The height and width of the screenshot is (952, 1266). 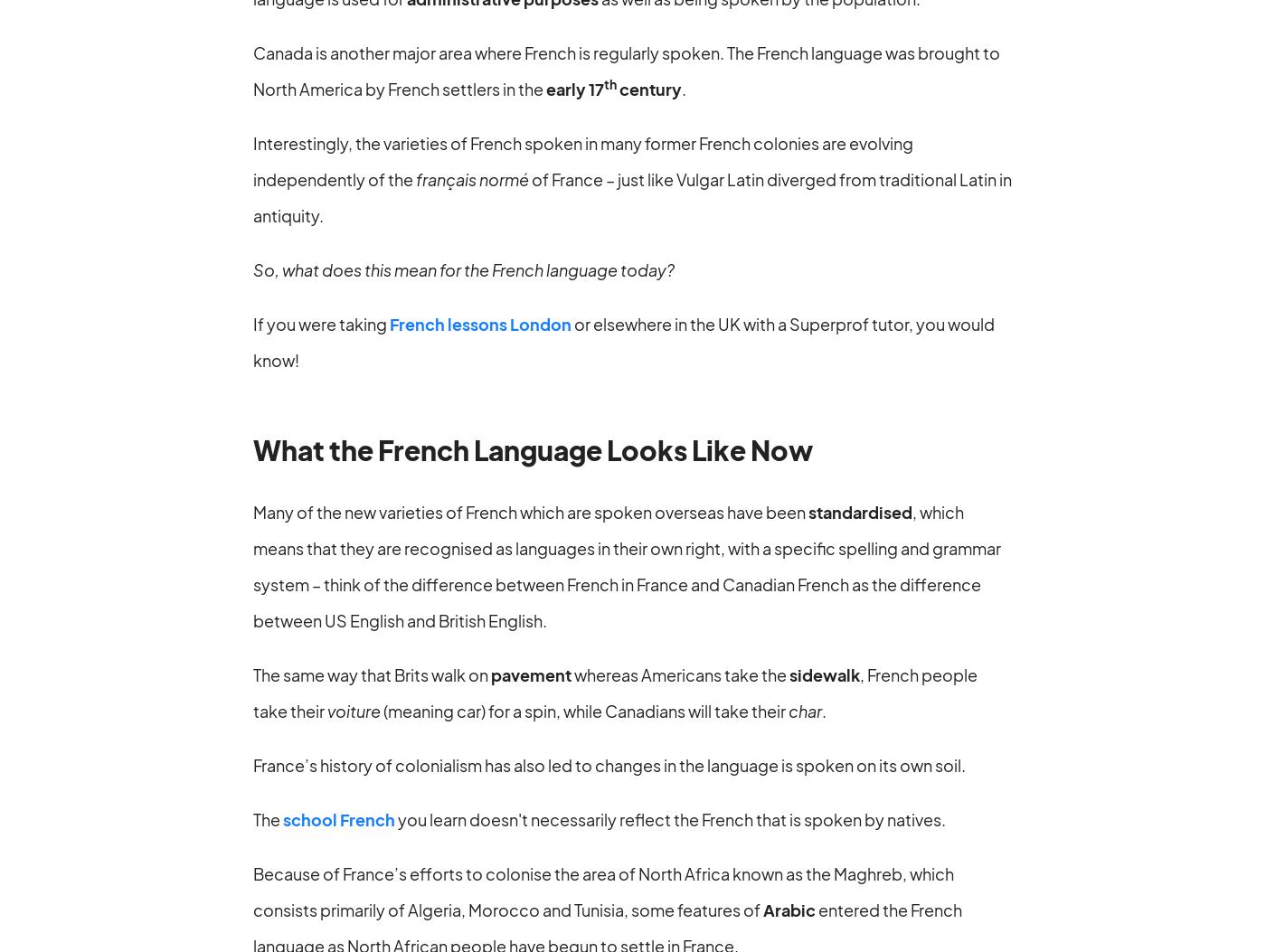 What do you see at coordinates (531, 673) in the screenshot?
I see `'pavement'` at bounding box center [531, 673].